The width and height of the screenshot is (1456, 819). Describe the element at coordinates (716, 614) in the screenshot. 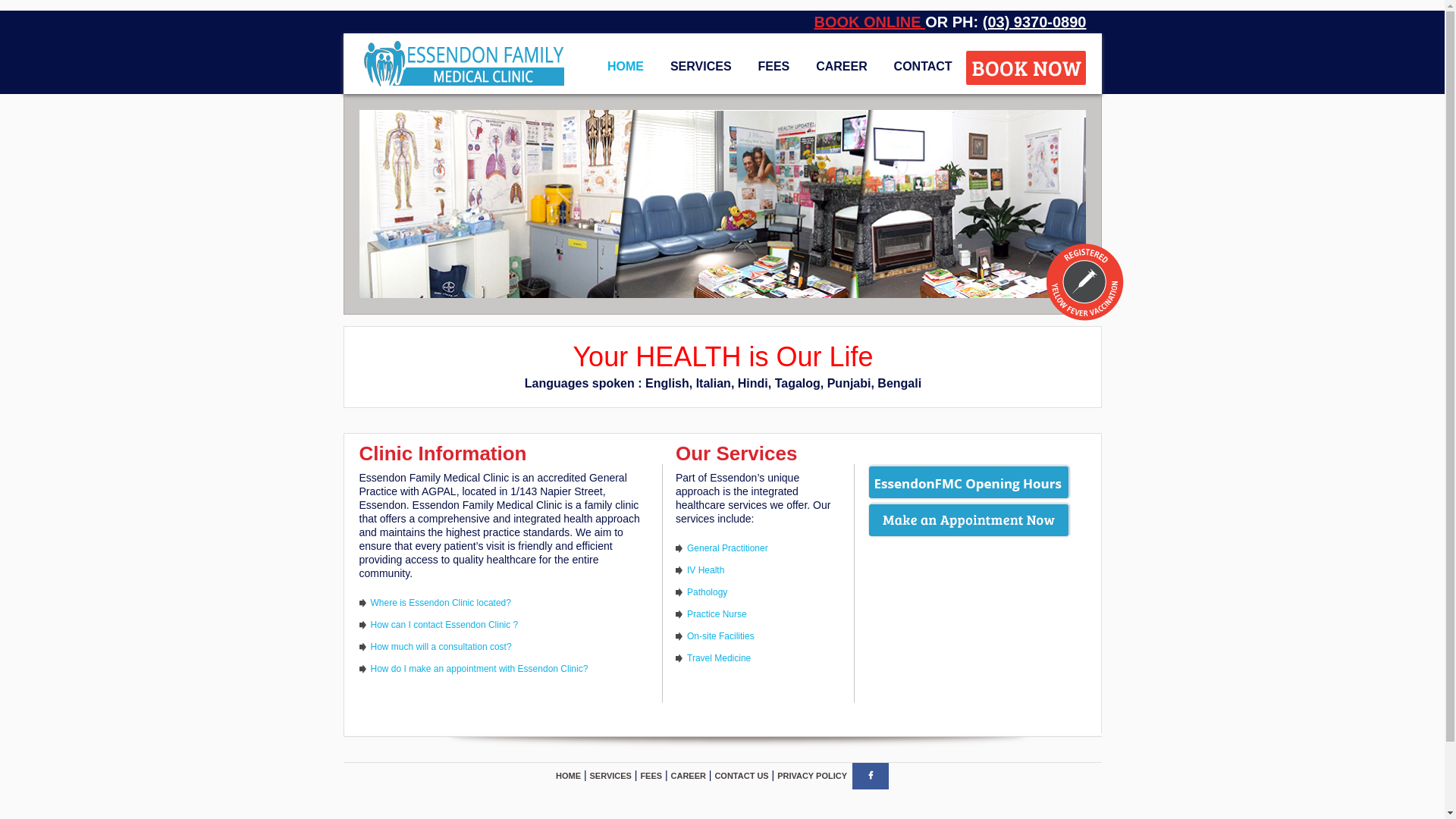

I see `'Practice Nurse'` at that location.